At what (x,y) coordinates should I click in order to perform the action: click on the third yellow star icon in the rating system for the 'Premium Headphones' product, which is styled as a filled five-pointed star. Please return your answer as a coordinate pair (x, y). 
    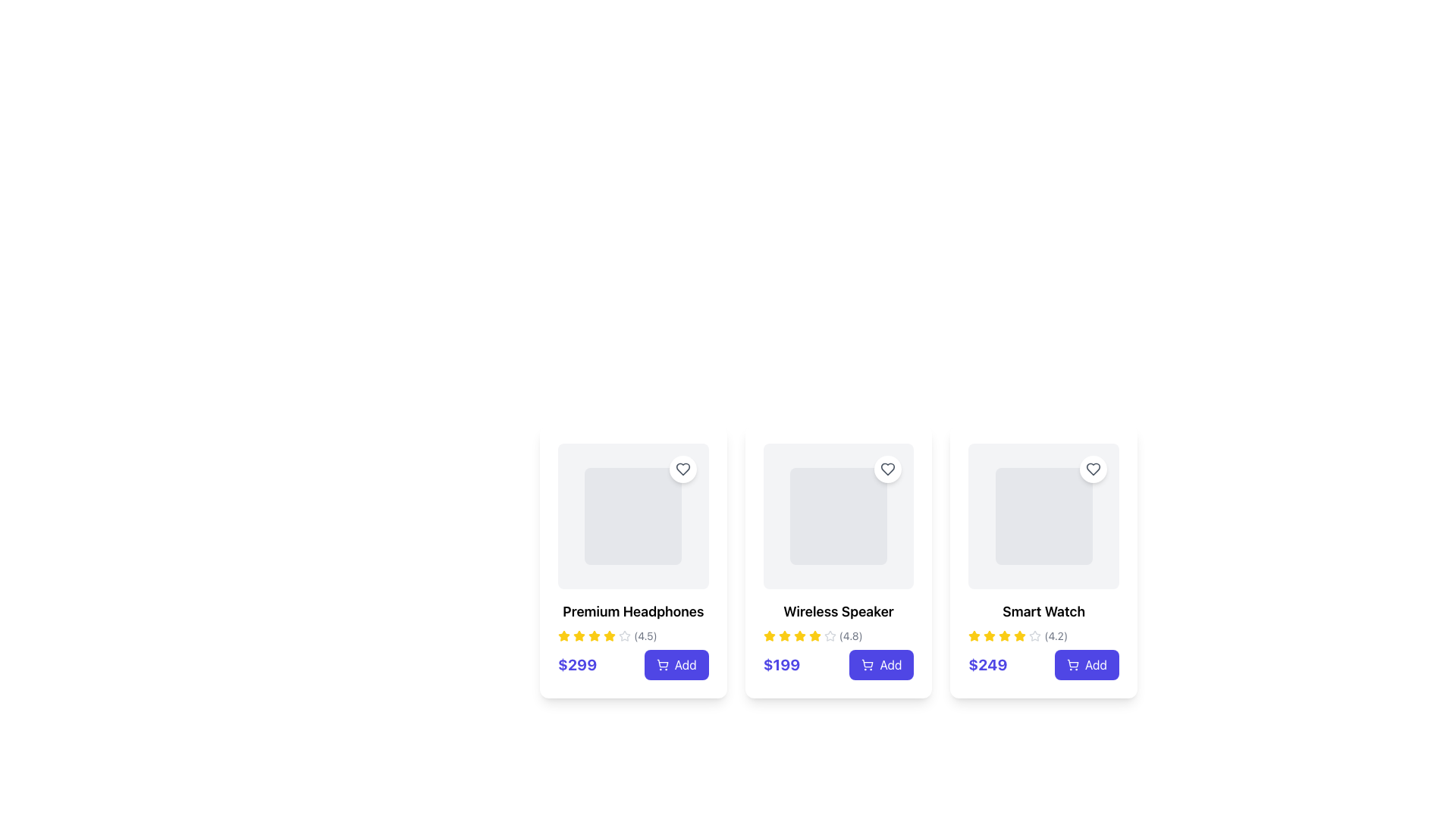
    Looking at the image, I should click on (610, 635).